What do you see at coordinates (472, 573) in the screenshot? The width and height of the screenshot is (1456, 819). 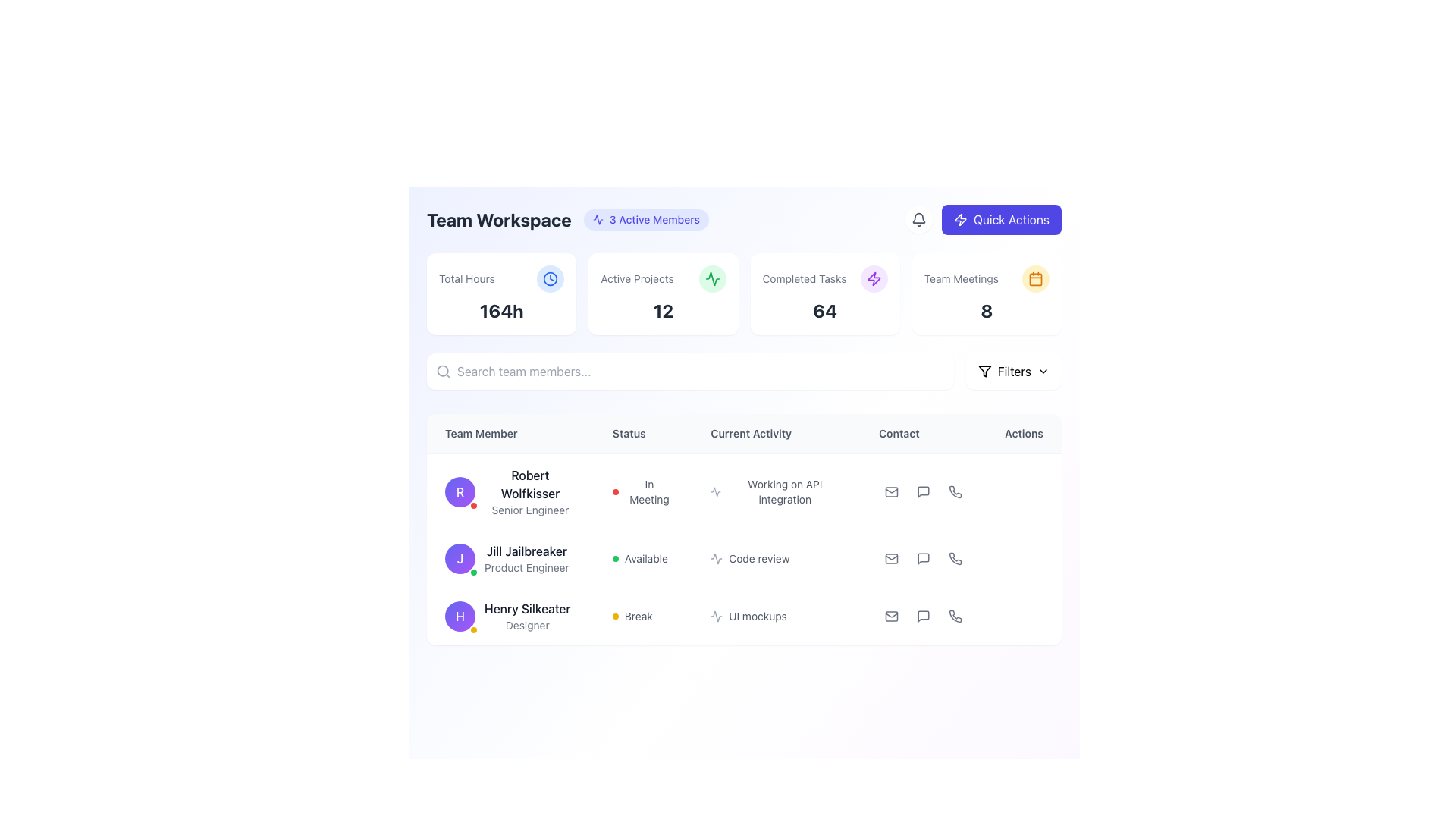 I see `the appearance of the Decorative Indicator located at the bottom-right corner of the profile avatar in the Team Member list` at bounding box center [472, 573].